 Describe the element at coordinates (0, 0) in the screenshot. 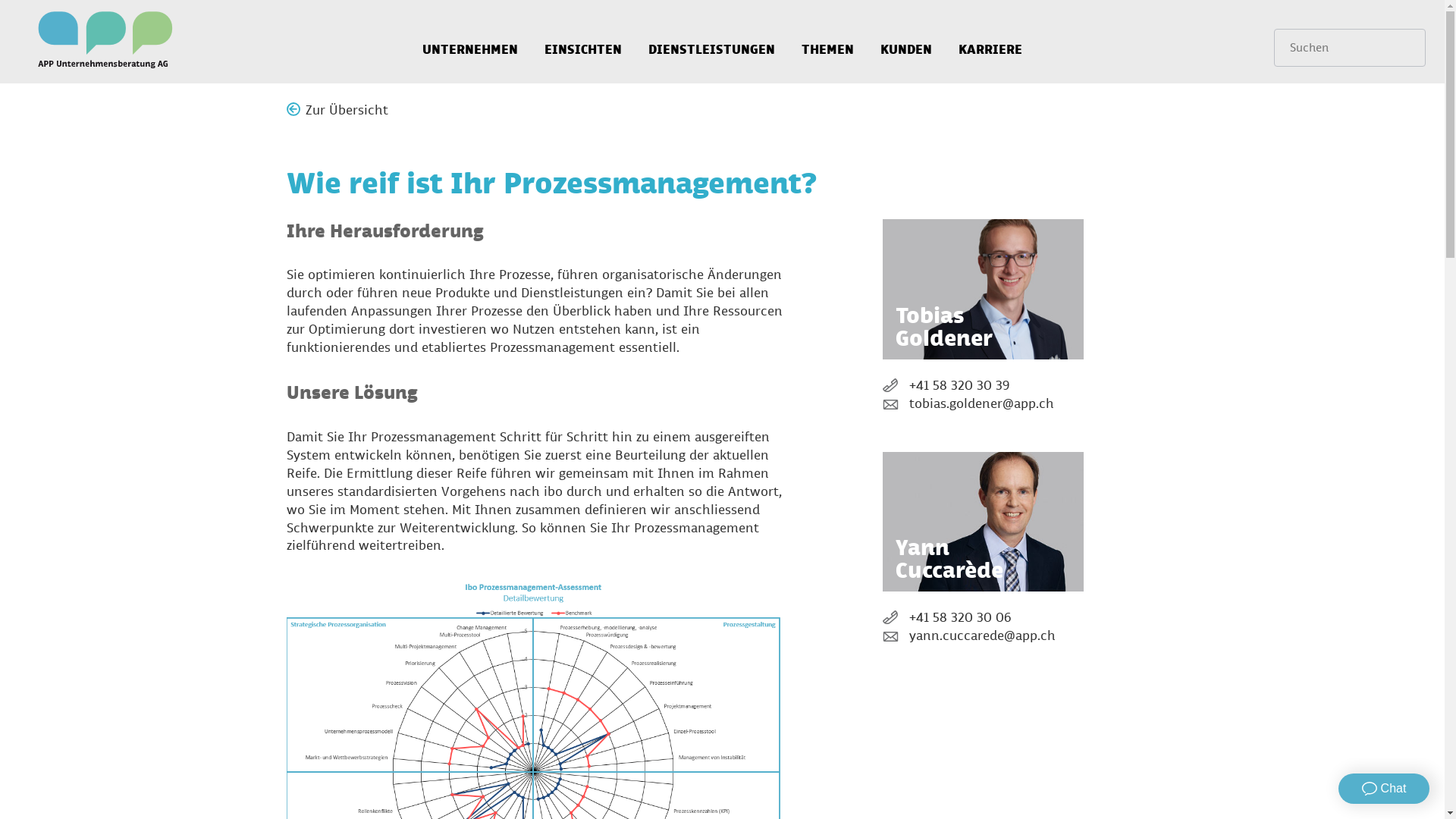

I see `'Direkt zum Inhalt'` at that location.